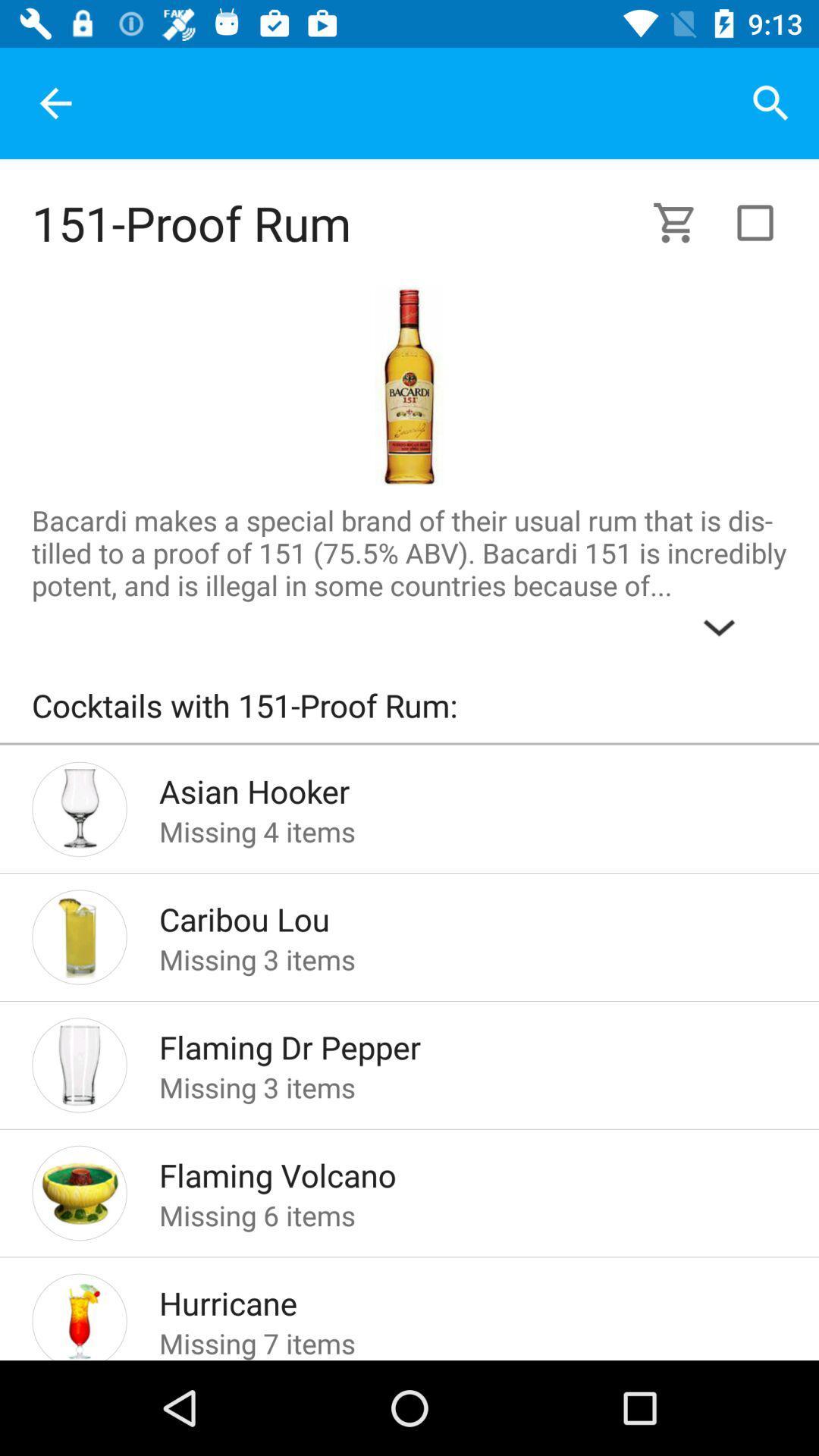 The height and width of the screenshot is (1456, 819). I want to click on icon at the top left corner, so click(55, 102).